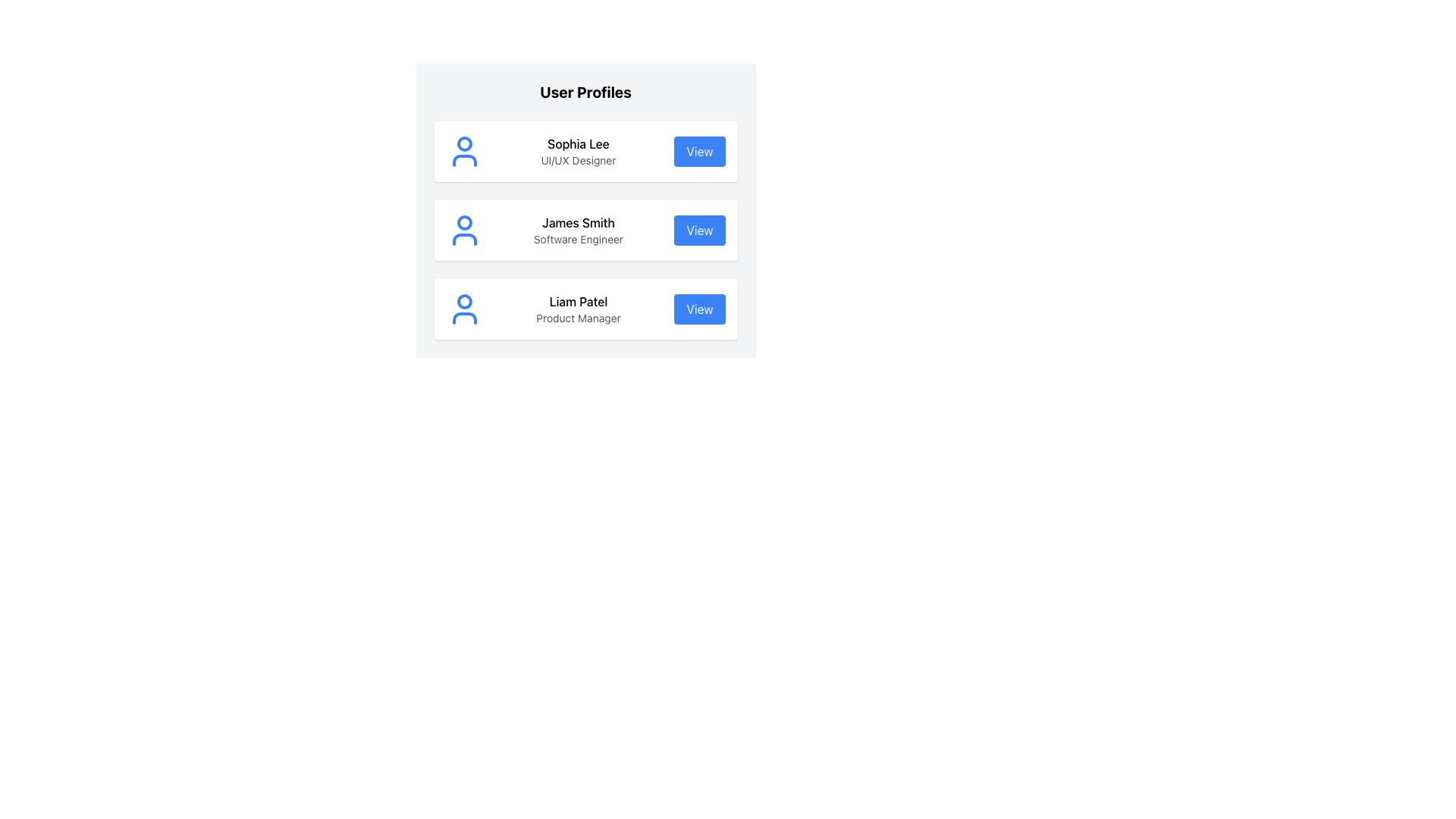  What do you see at coordinates (463, 143) in the screenshot?
I see `graphical blue circle located within the user profile head icon in the top row of the list, which represents the user 'Sophia Lee'` at bounding box center [463, 143].